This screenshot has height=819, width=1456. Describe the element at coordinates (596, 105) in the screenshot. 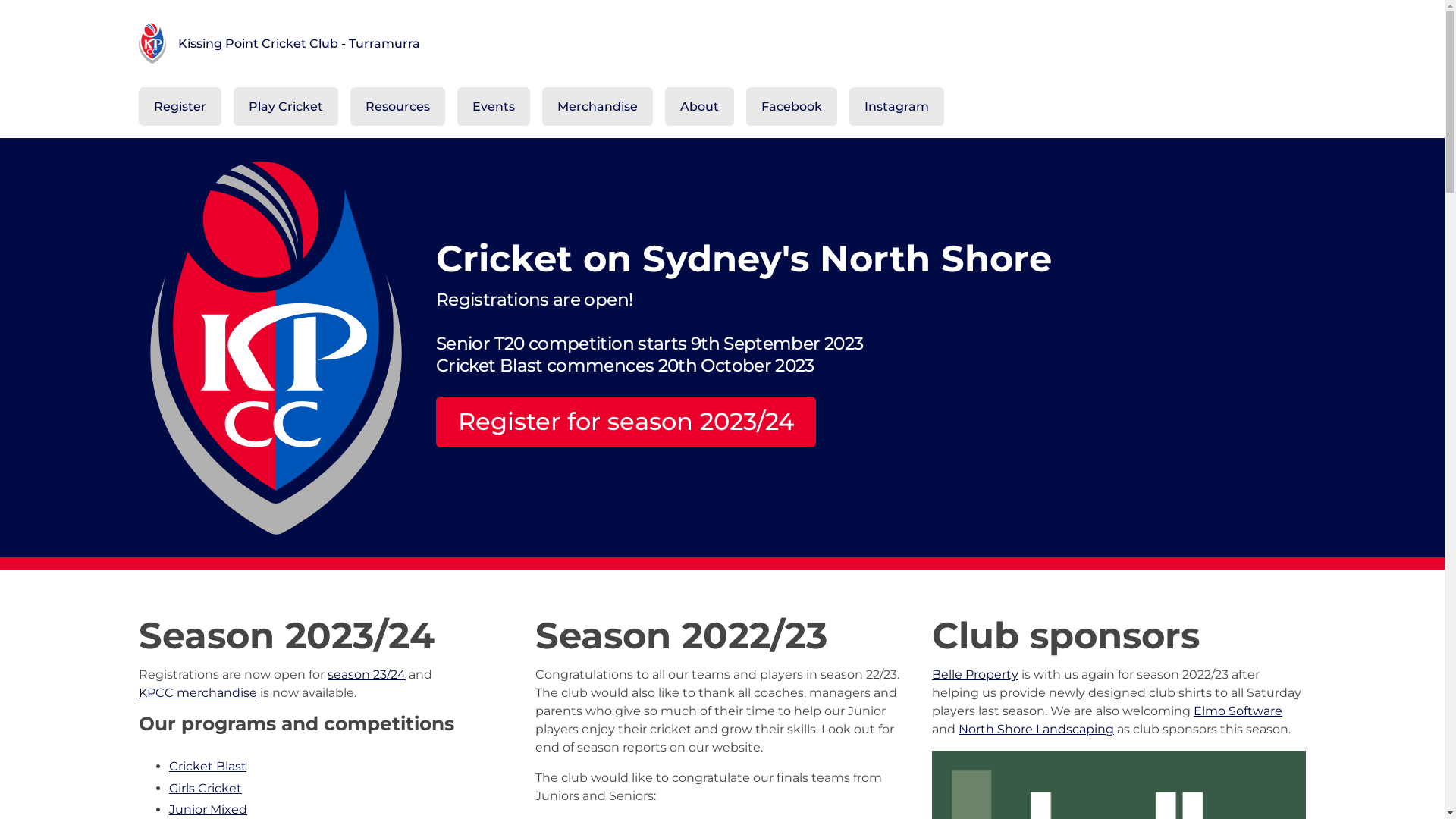

I see `'Merchandise'` at that location.